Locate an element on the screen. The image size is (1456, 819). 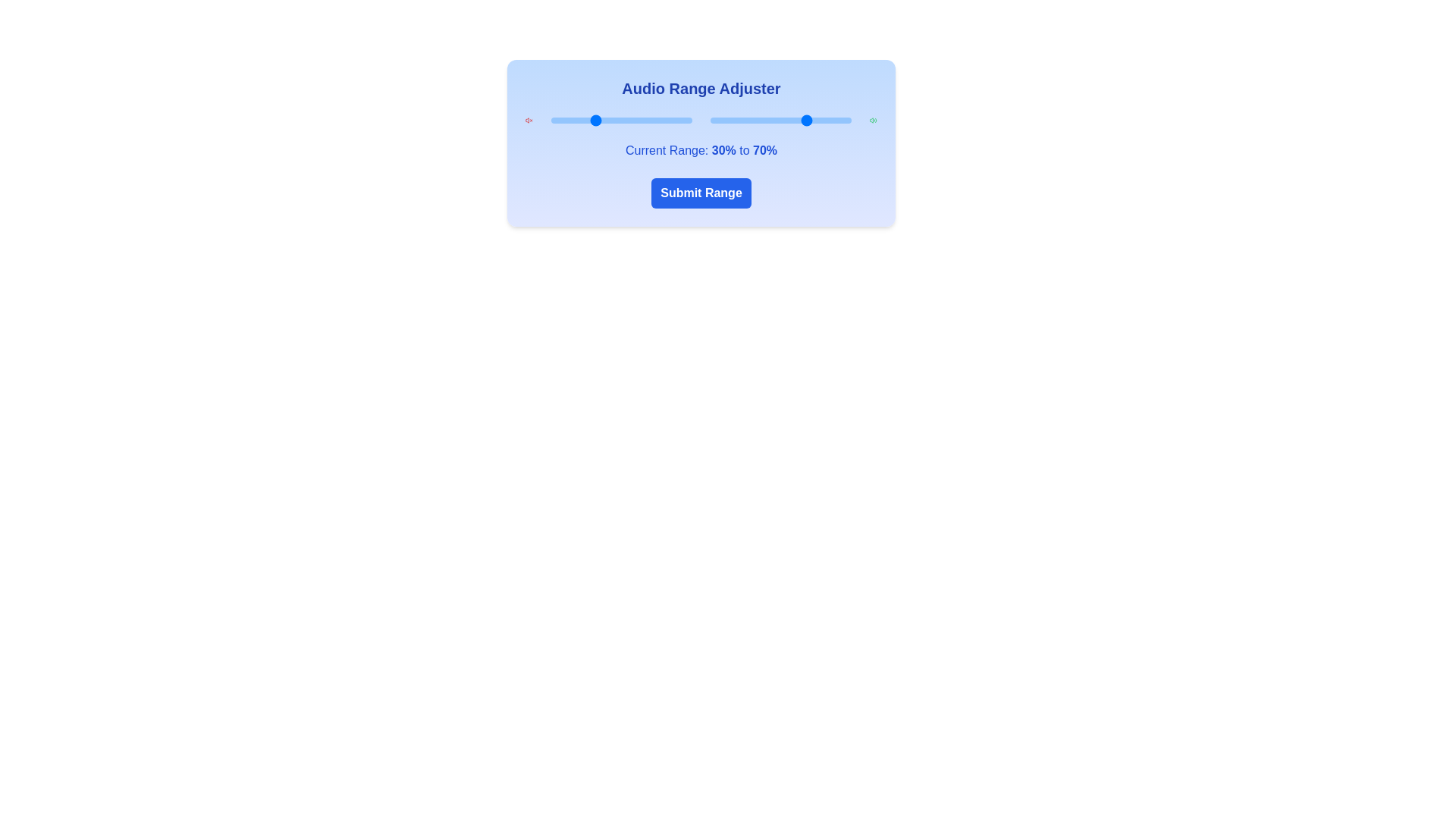
the slider is located at coordinates (689, 119).